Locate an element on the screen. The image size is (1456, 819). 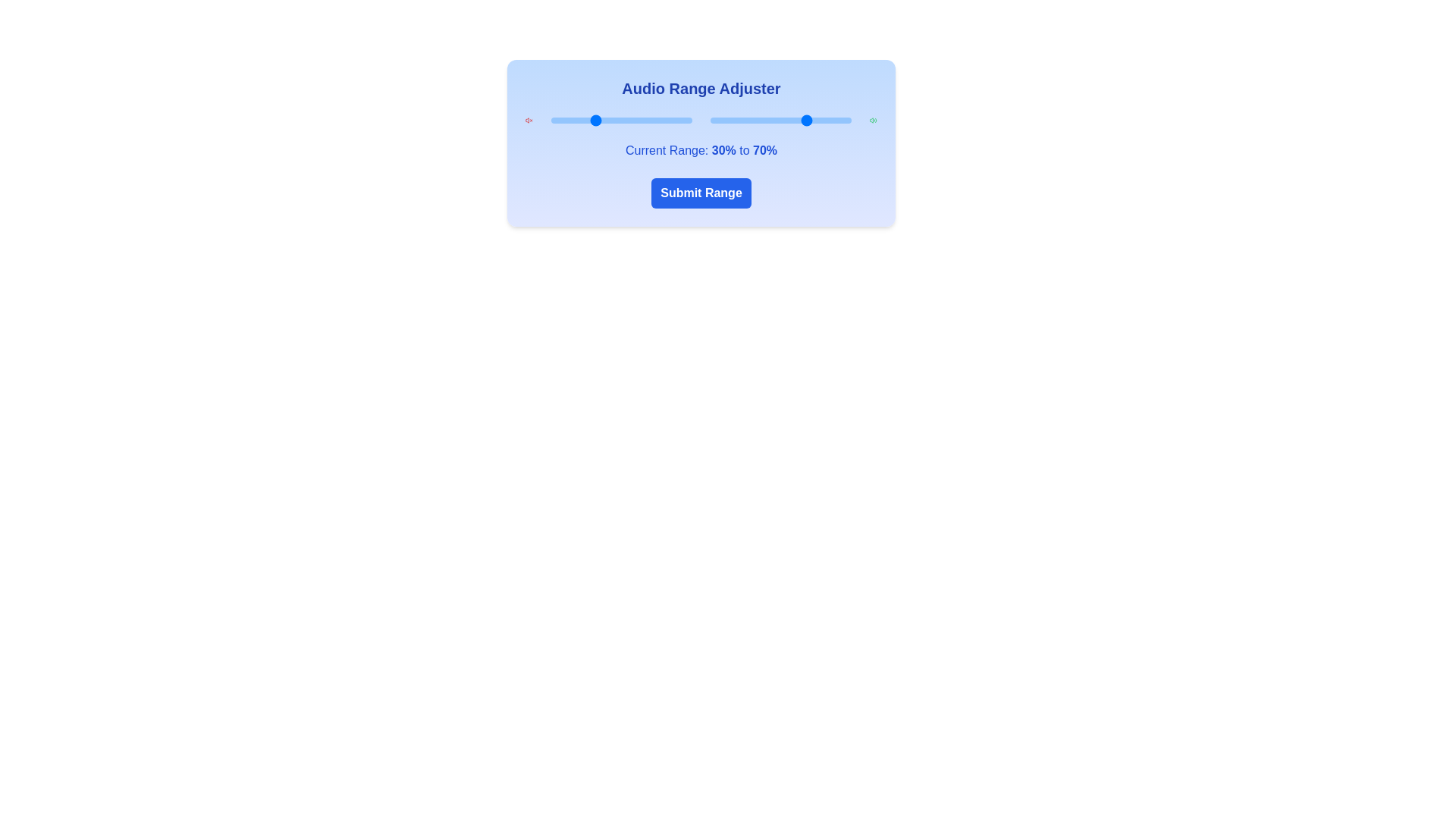
the slider is located at coordinates (689, 119).